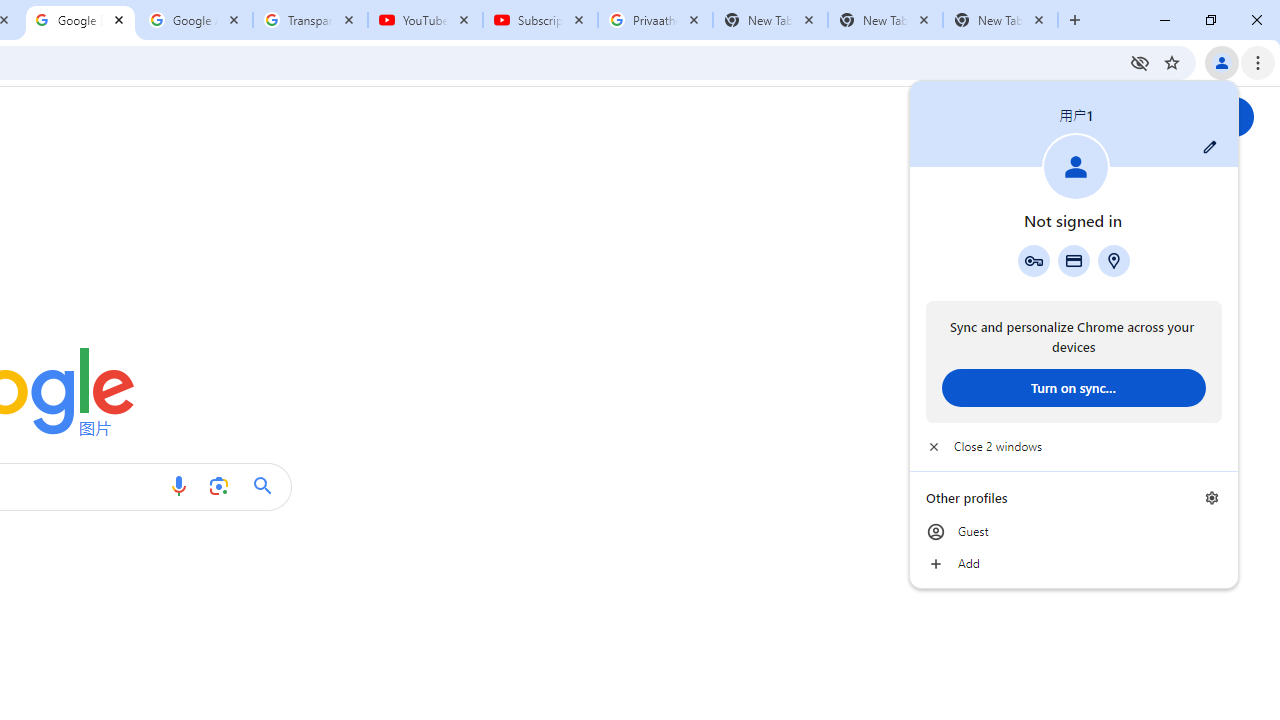  Describe the element at coordinates (1211, 497) in the screenshot. I see `'Manage profiles'` at that location.